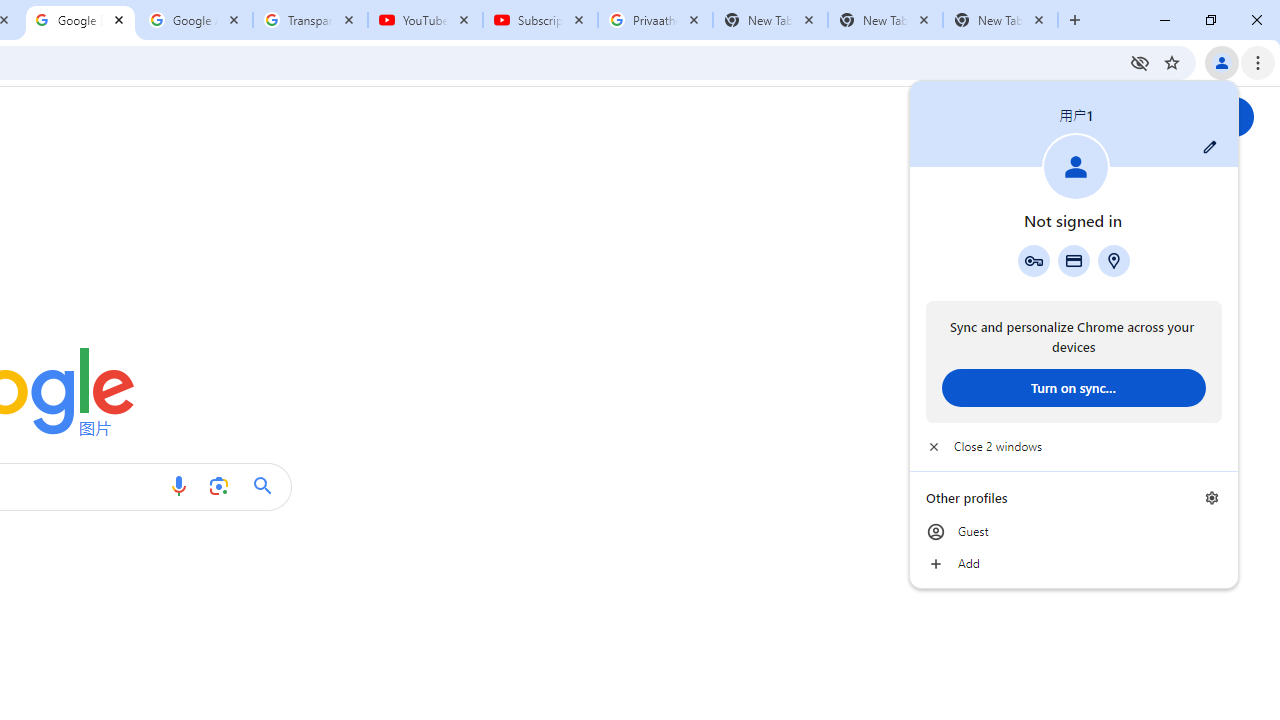  Describe the element at coordinates (1211, 497) in the screenshot. I see `'Manage profiles'` at that location.